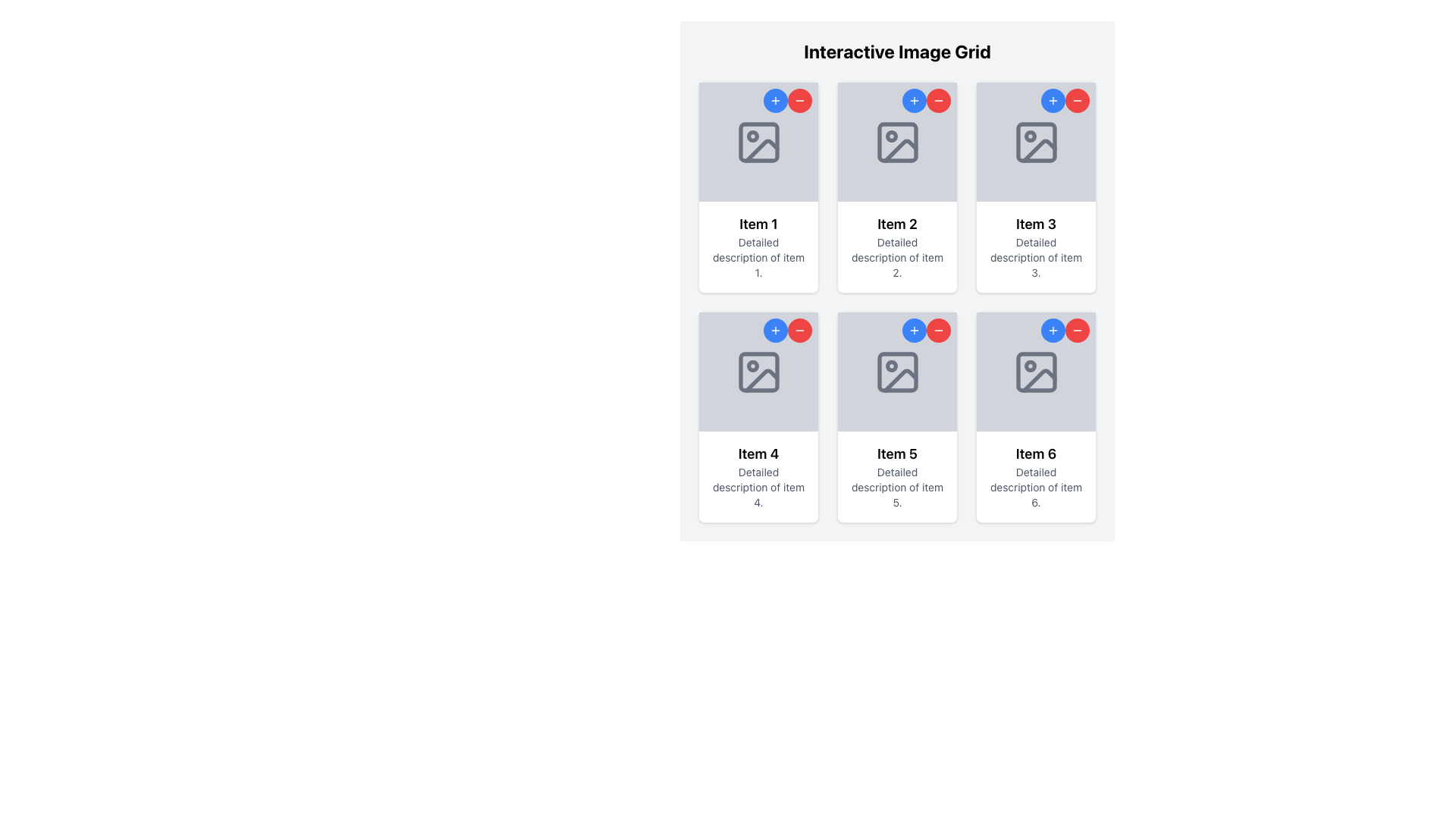 The height and width of the screenshot is (819, 1456). I want to click on the image icon with a gray color and bold outline, located in the second item of the top row of the grid, so click(897, 142).